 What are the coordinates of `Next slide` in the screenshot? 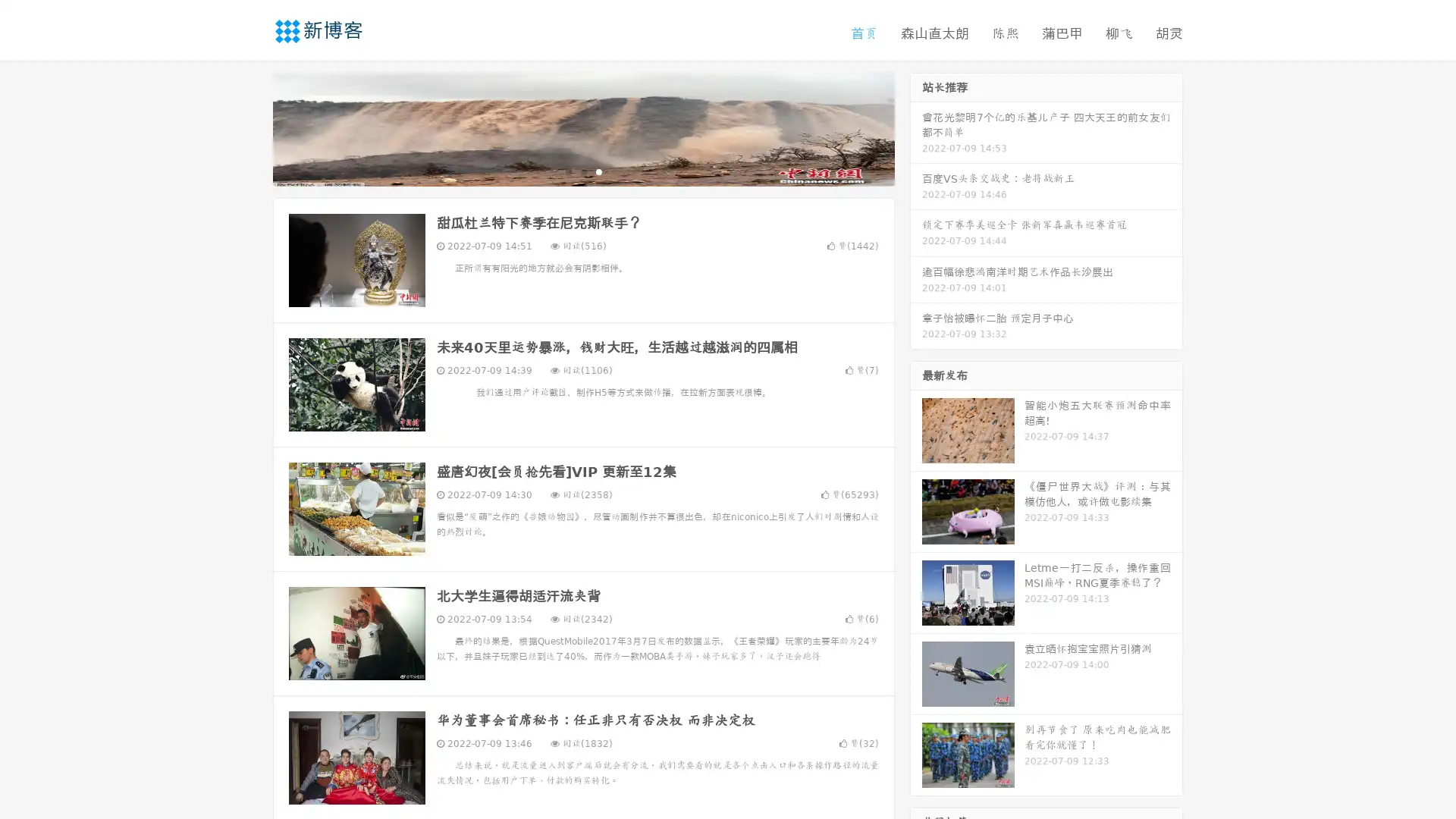 It's located at (916, 127).